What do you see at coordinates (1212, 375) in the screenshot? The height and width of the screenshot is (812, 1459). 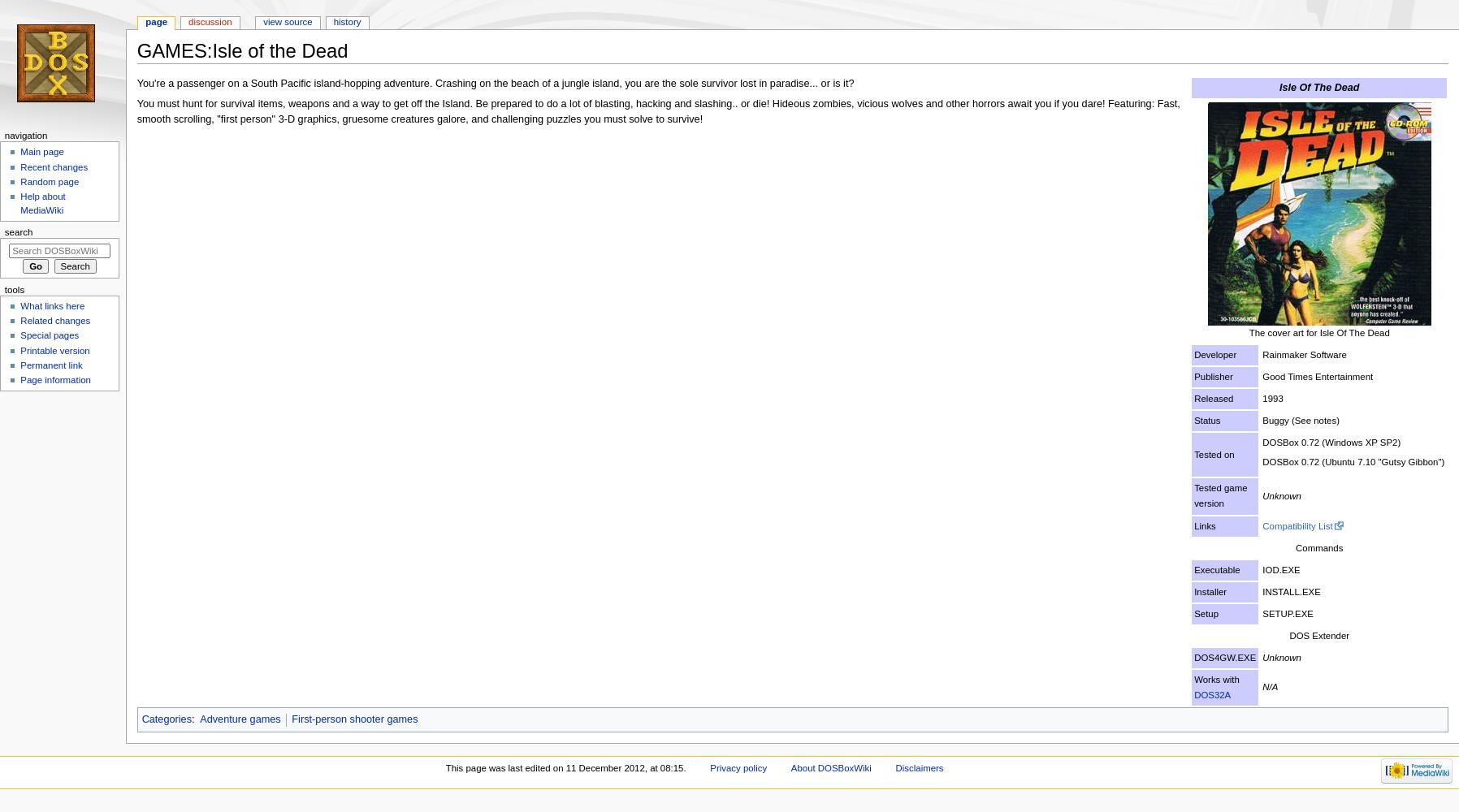 I see `'Publisher'` at bounding box center [1212, 375].